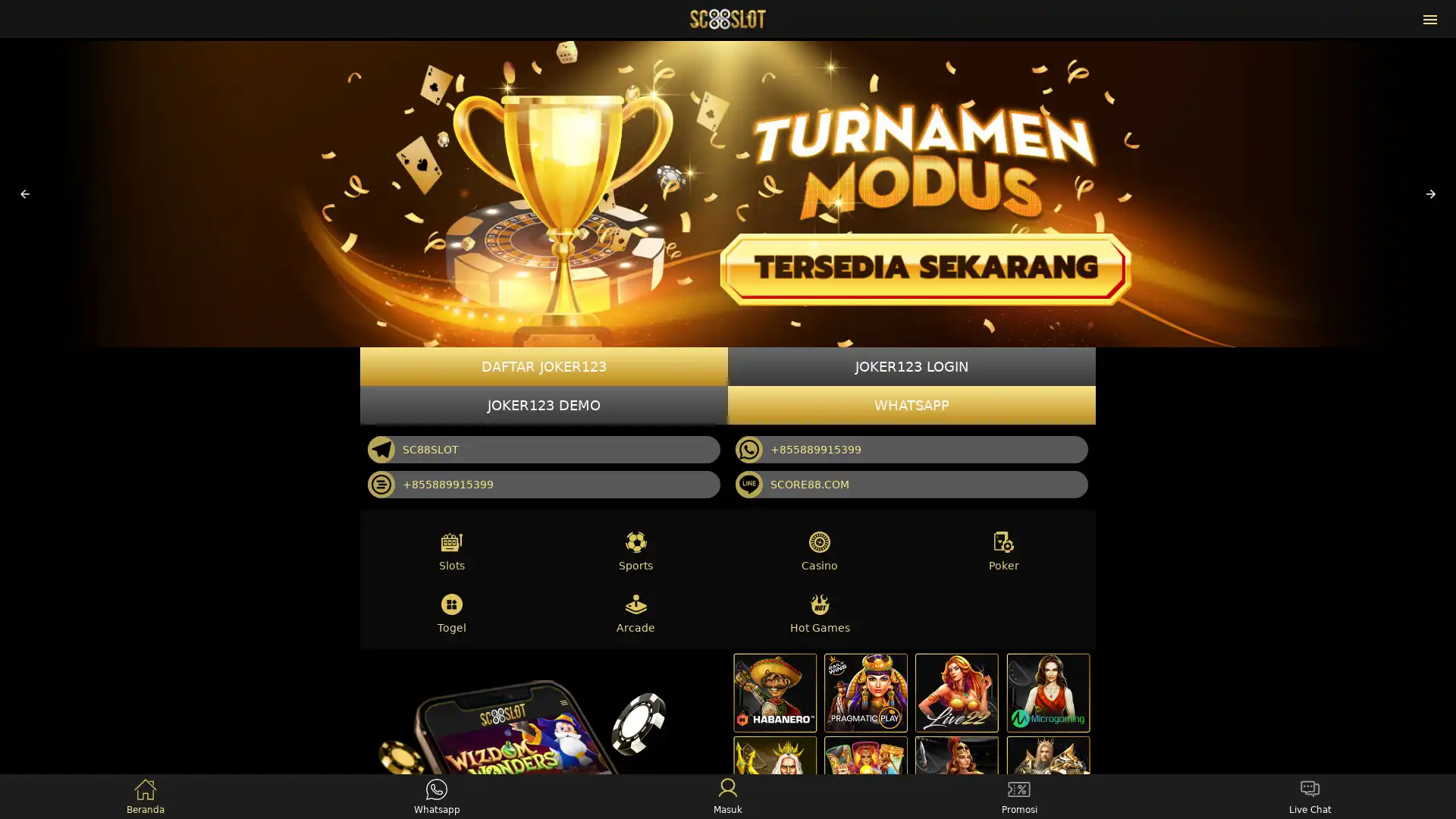 This screenshot has width=1456, height=819. What do you see at coordinates (1429, 193) in the screenshot?
I see `Next item in carousel (3 of 3)` at bounding box center [1429, 193].